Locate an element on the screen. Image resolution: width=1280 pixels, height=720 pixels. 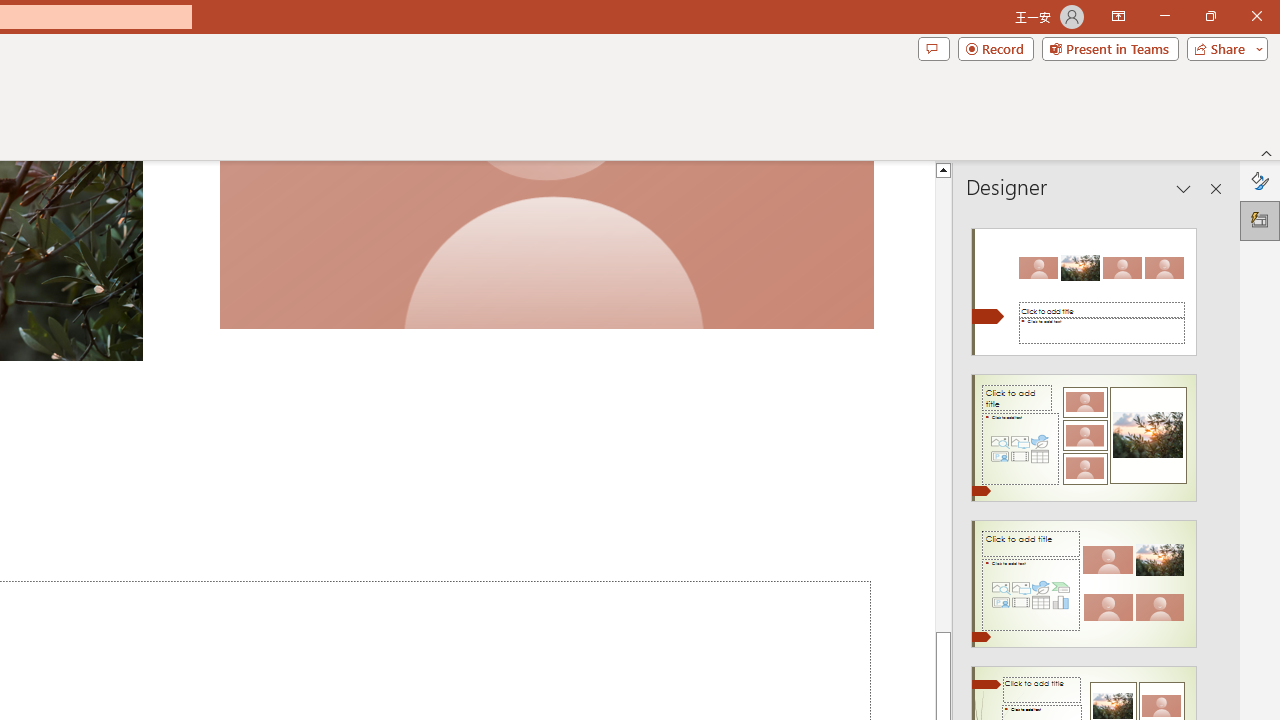
'Camera 7, No camera detected.' is located at coordinates (546, 244).